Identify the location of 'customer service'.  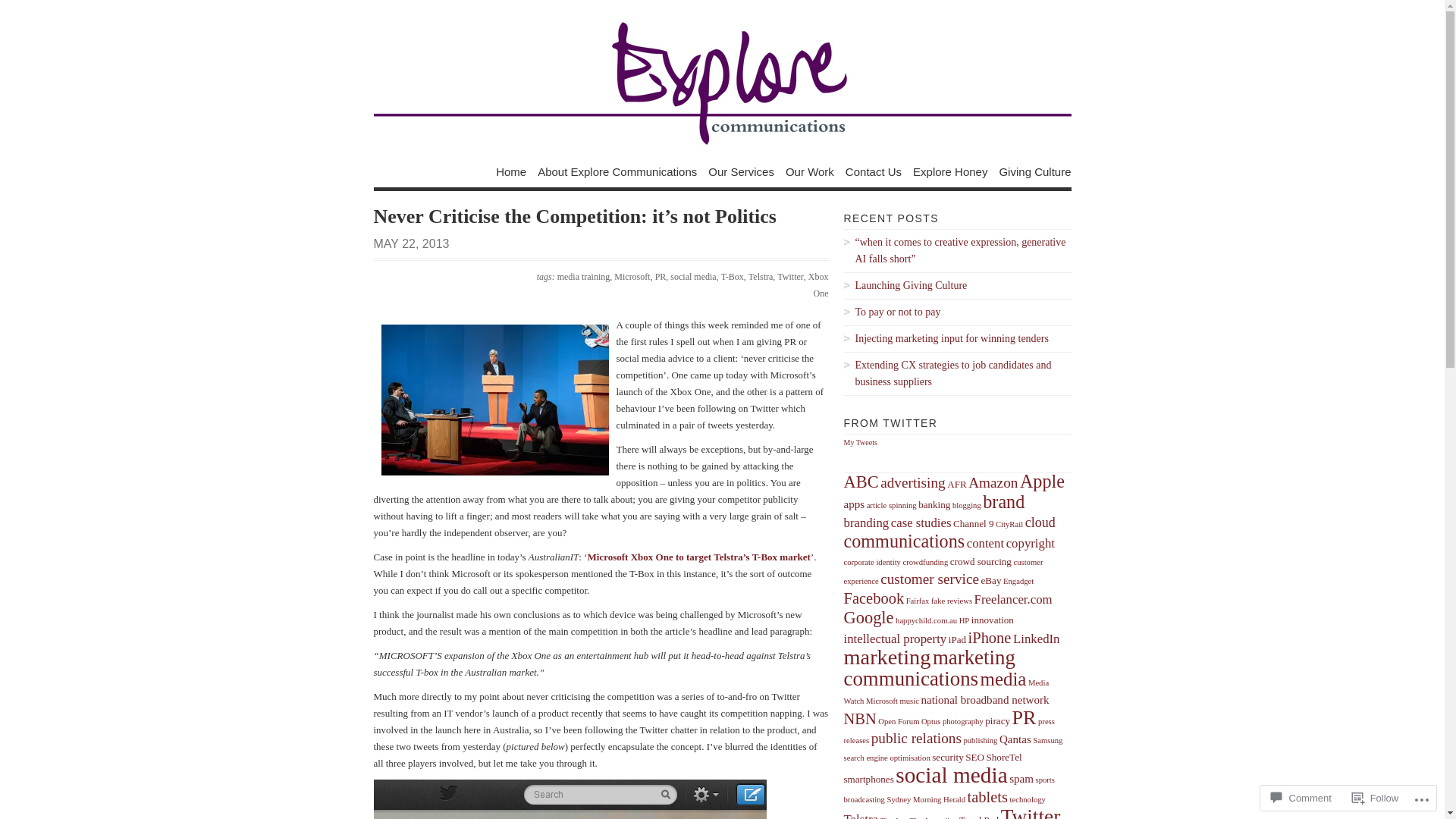
(928, 579).